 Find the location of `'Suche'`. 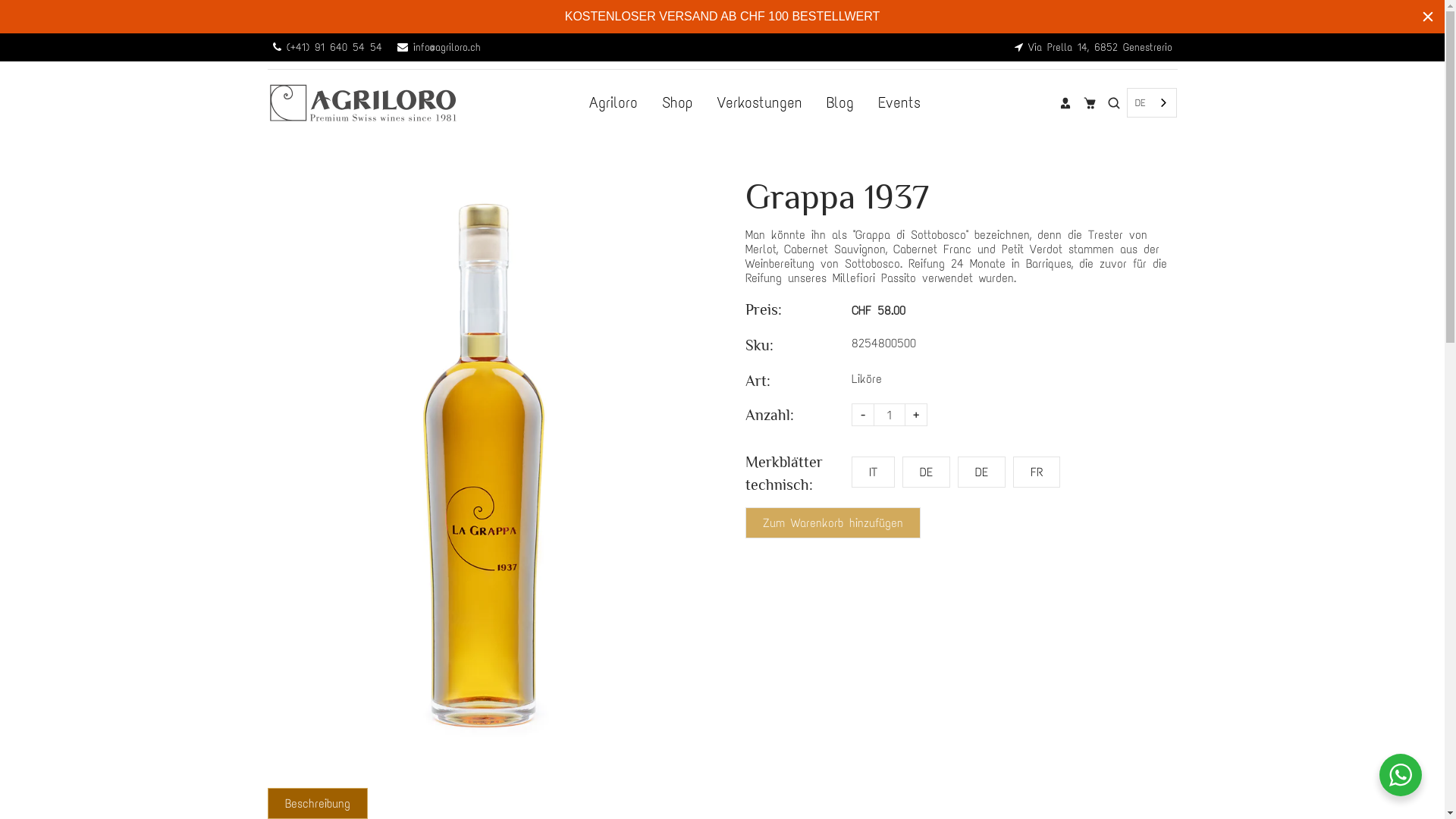

'Suche' is located at coordinates (1113, 102).